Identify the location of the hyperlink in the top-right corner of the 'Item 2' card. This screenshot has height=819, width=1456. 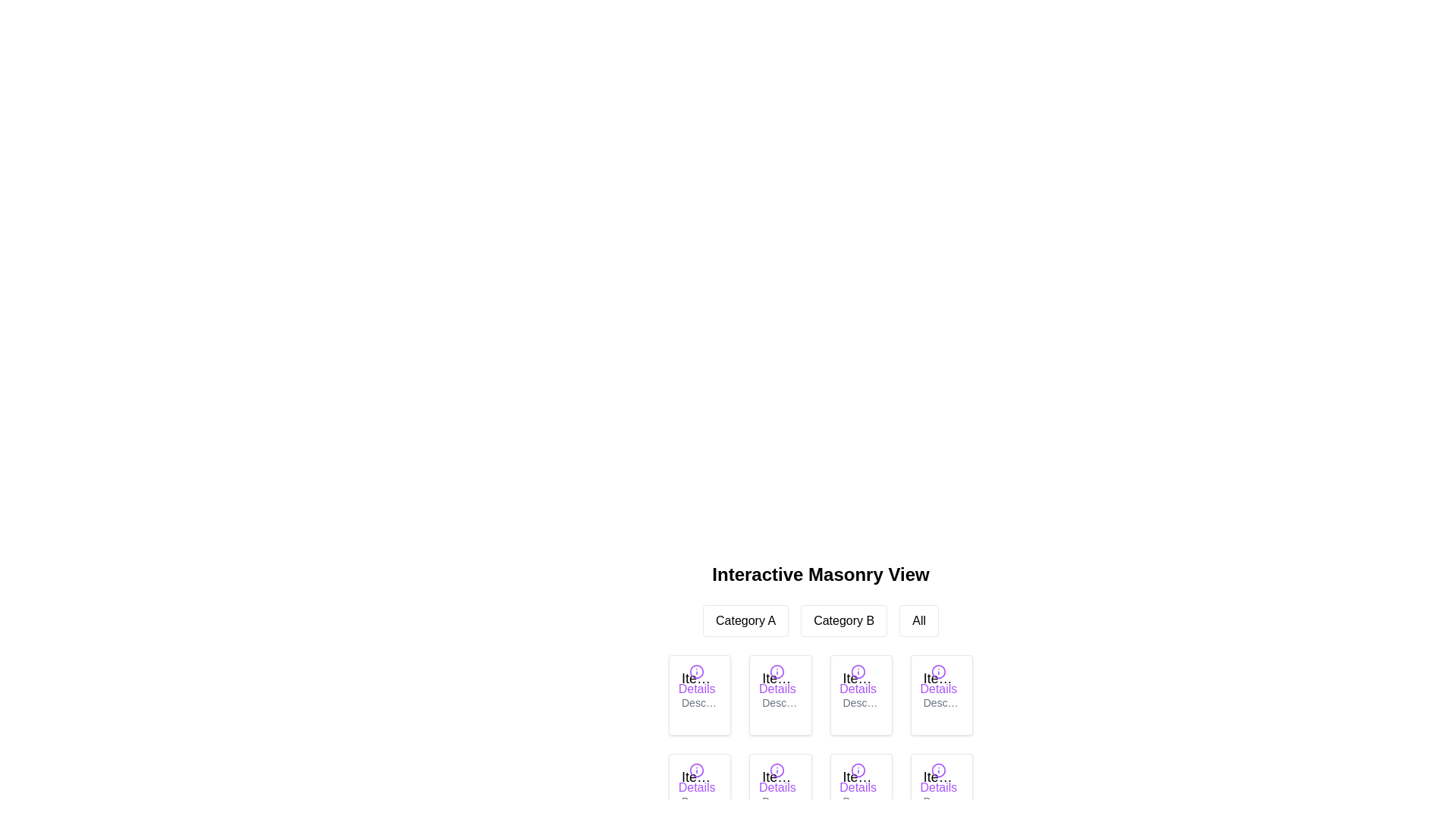
(777, 679).